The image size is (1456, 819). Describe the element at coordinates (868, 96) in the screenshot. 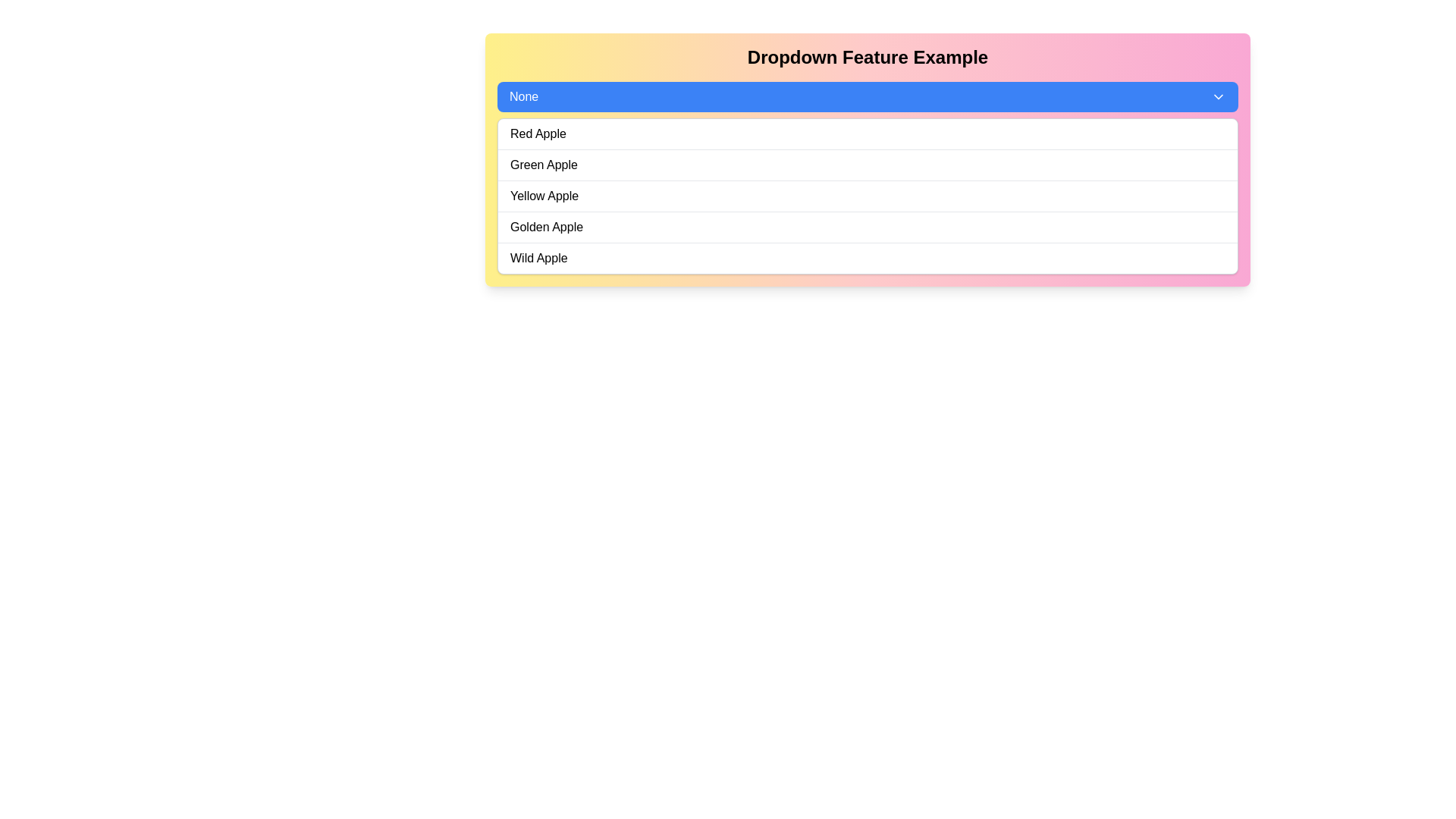

I see `the dropdown menu located beneath the title 'Dropdown Feature Example' to enable keyboard navigation` at that location.